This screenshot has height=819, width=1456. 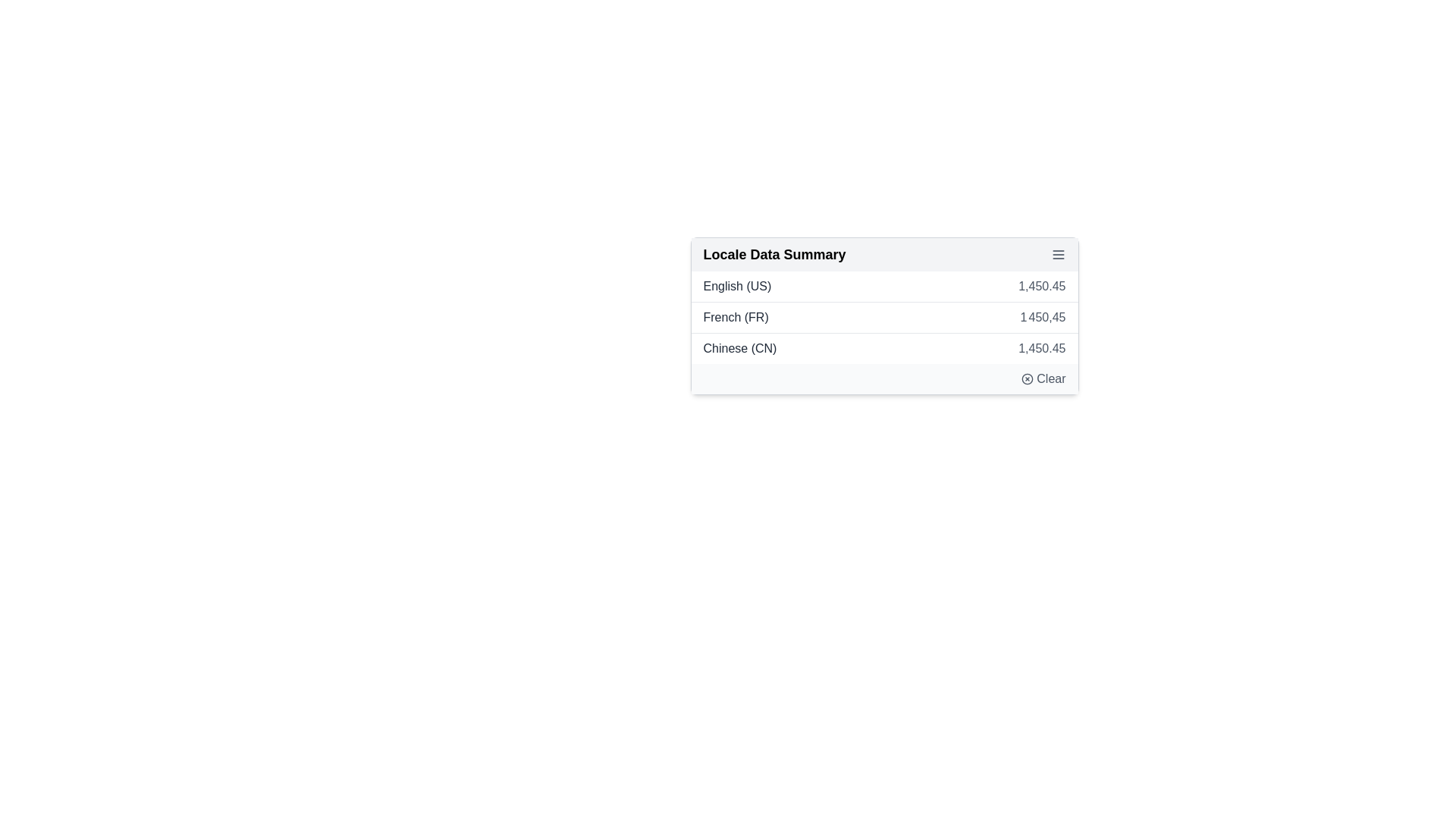 What do you see at coordinates (1041, 287) in the screenshot?
I see `the text display element in the second column of the top row, which shows a numerical value associated with the 'English (US)' label` at bounding box center [1041, 287].